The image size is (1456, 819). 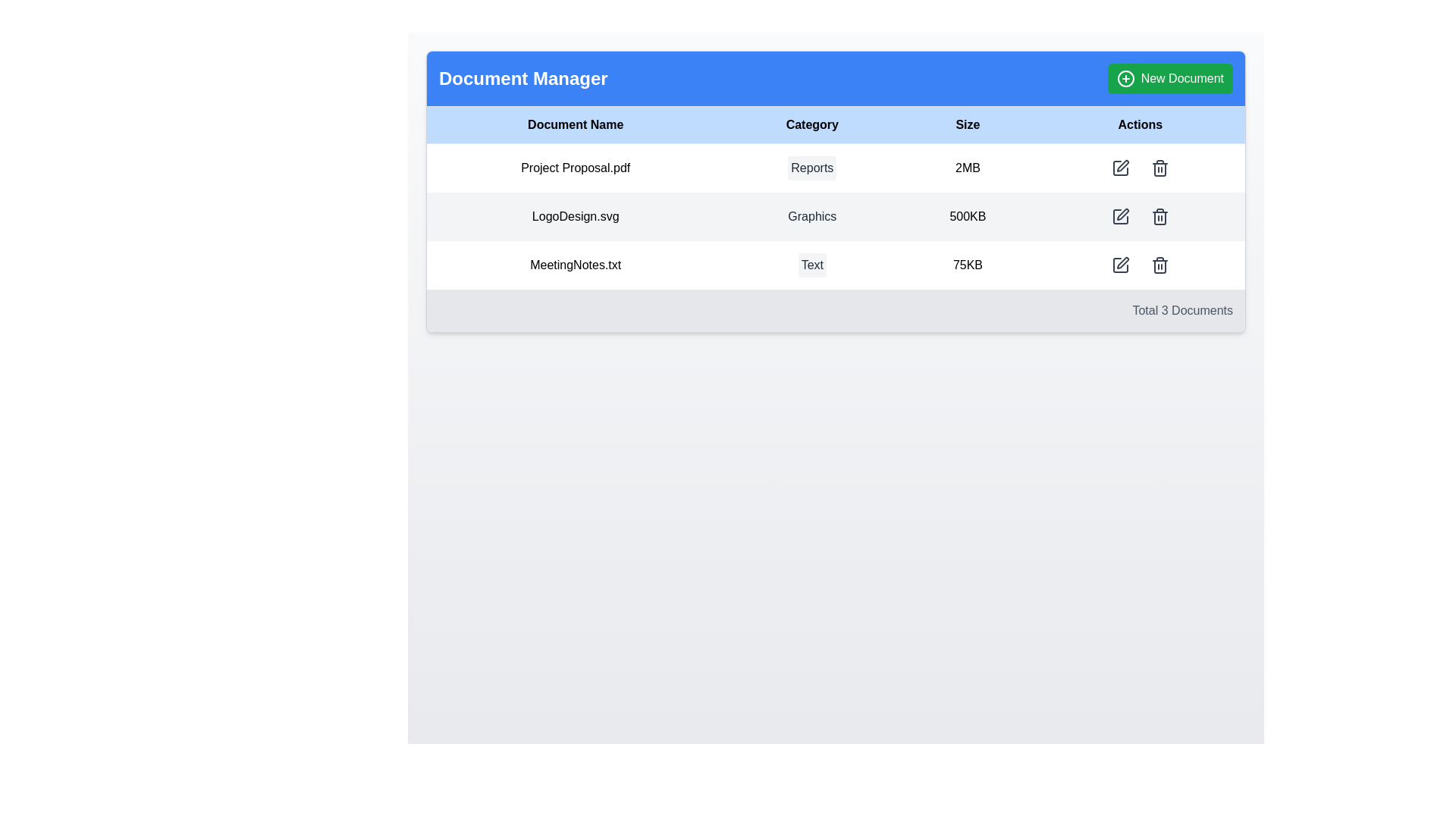 What do you see at coordinates (1120, 168) in the screenshot?
I see `the edit icon button located in the 'Actions' column of the first row for the document titled 'Project Proposal.pdf'` at bounding box center [1120, 168].